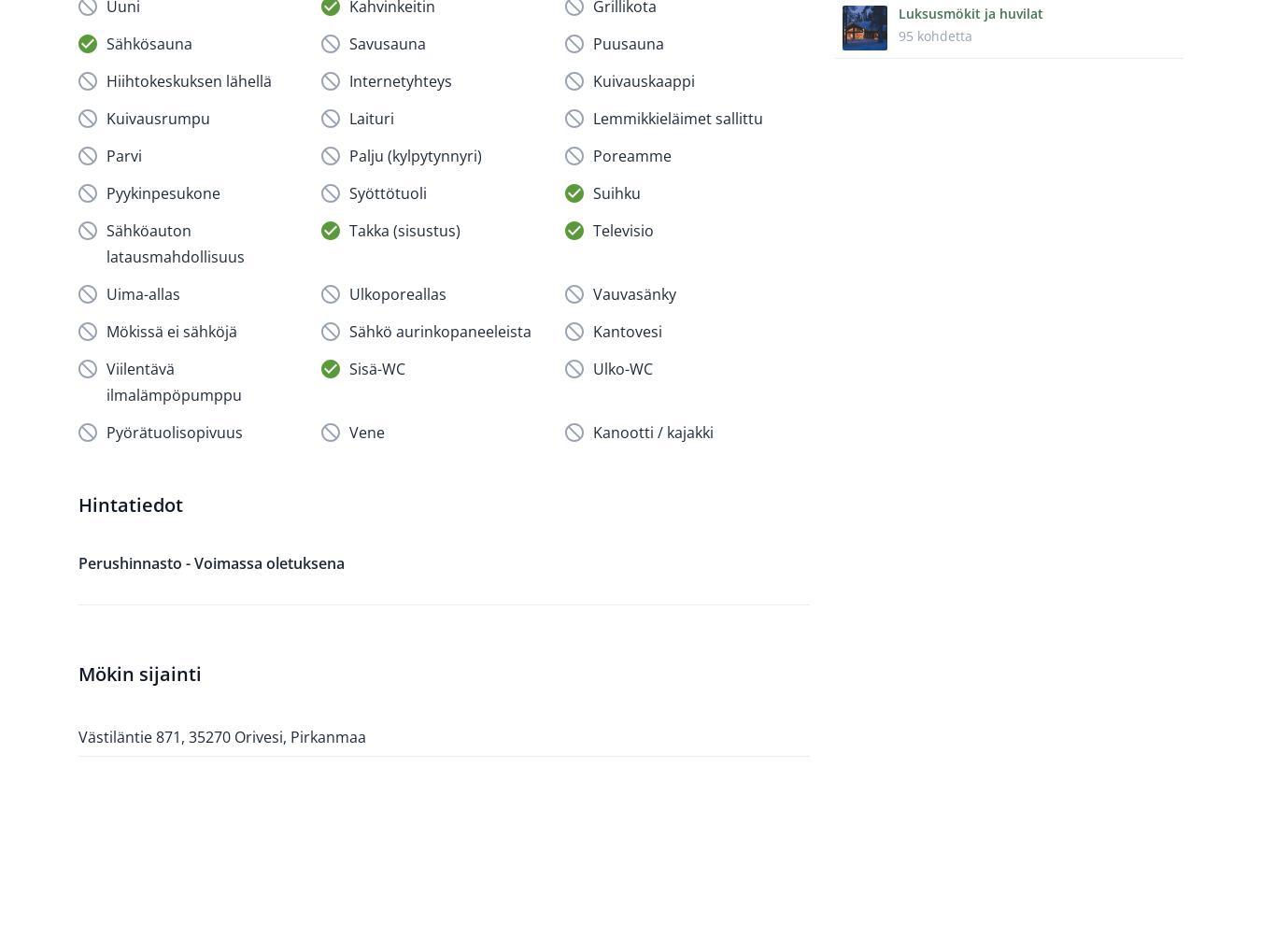 The height and width of the screenshot is (952, 1261). I want to click on 'Puusauna', so click(628, 41).